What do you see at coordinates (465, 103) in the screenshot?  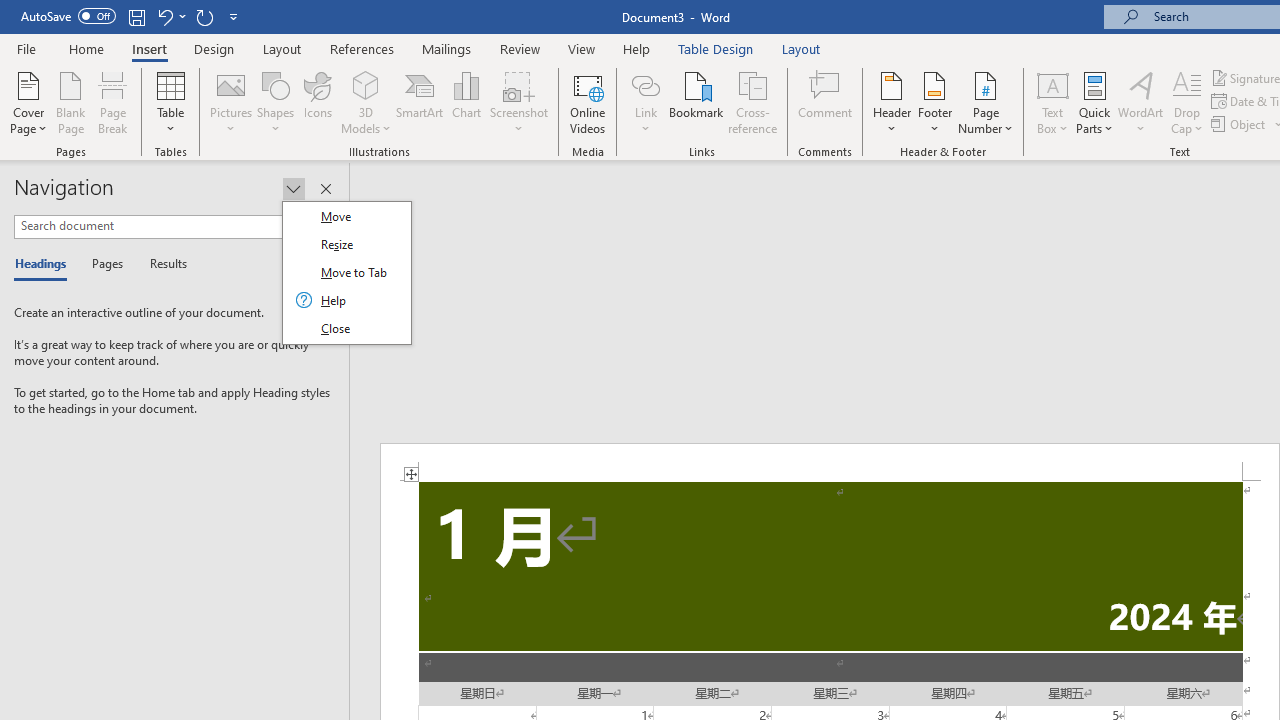 I see `'Chart...'` at bounding box center [465, 103].